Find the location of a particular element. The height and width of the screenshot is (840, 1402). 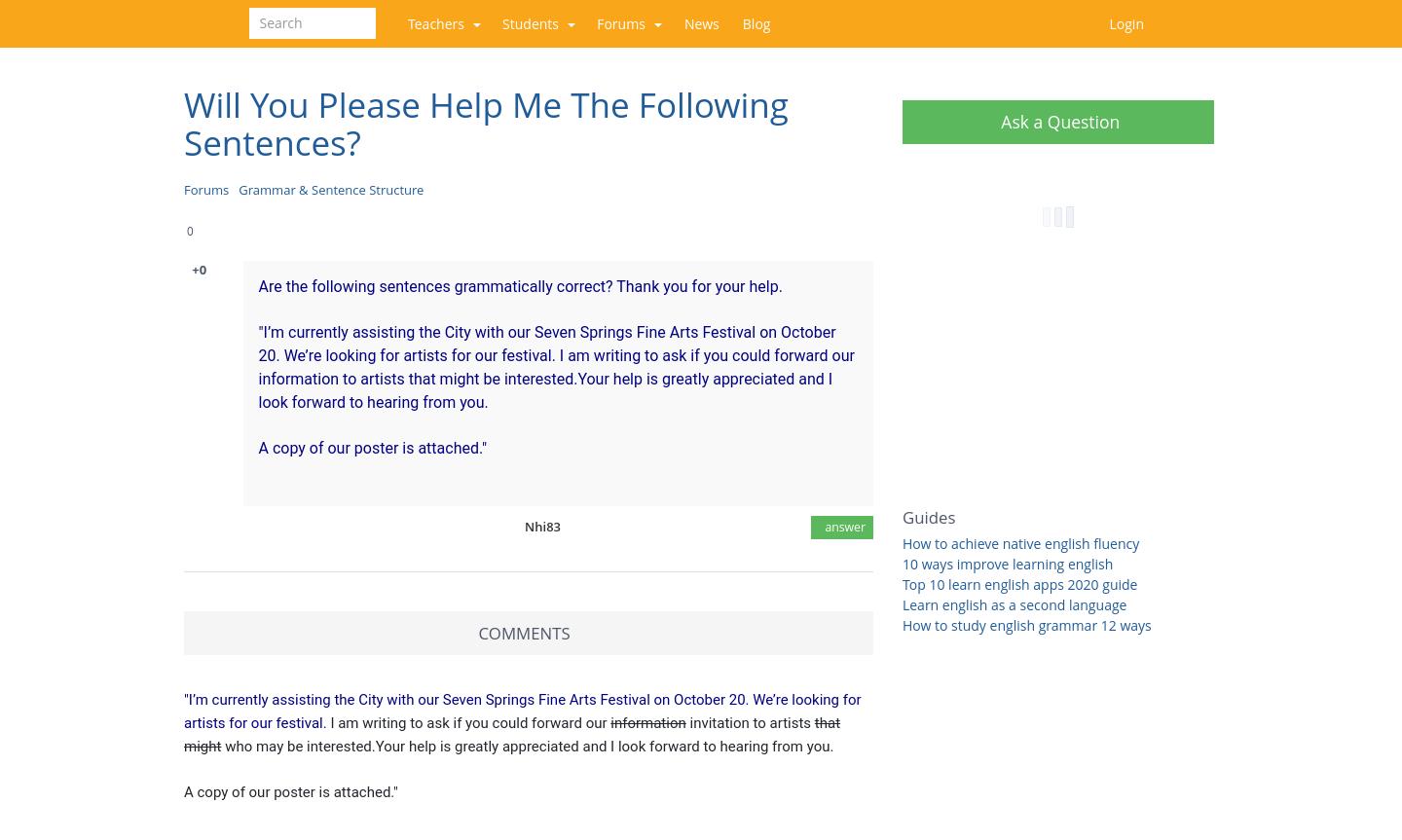

'Blog' is located at coordinates (755, 22).